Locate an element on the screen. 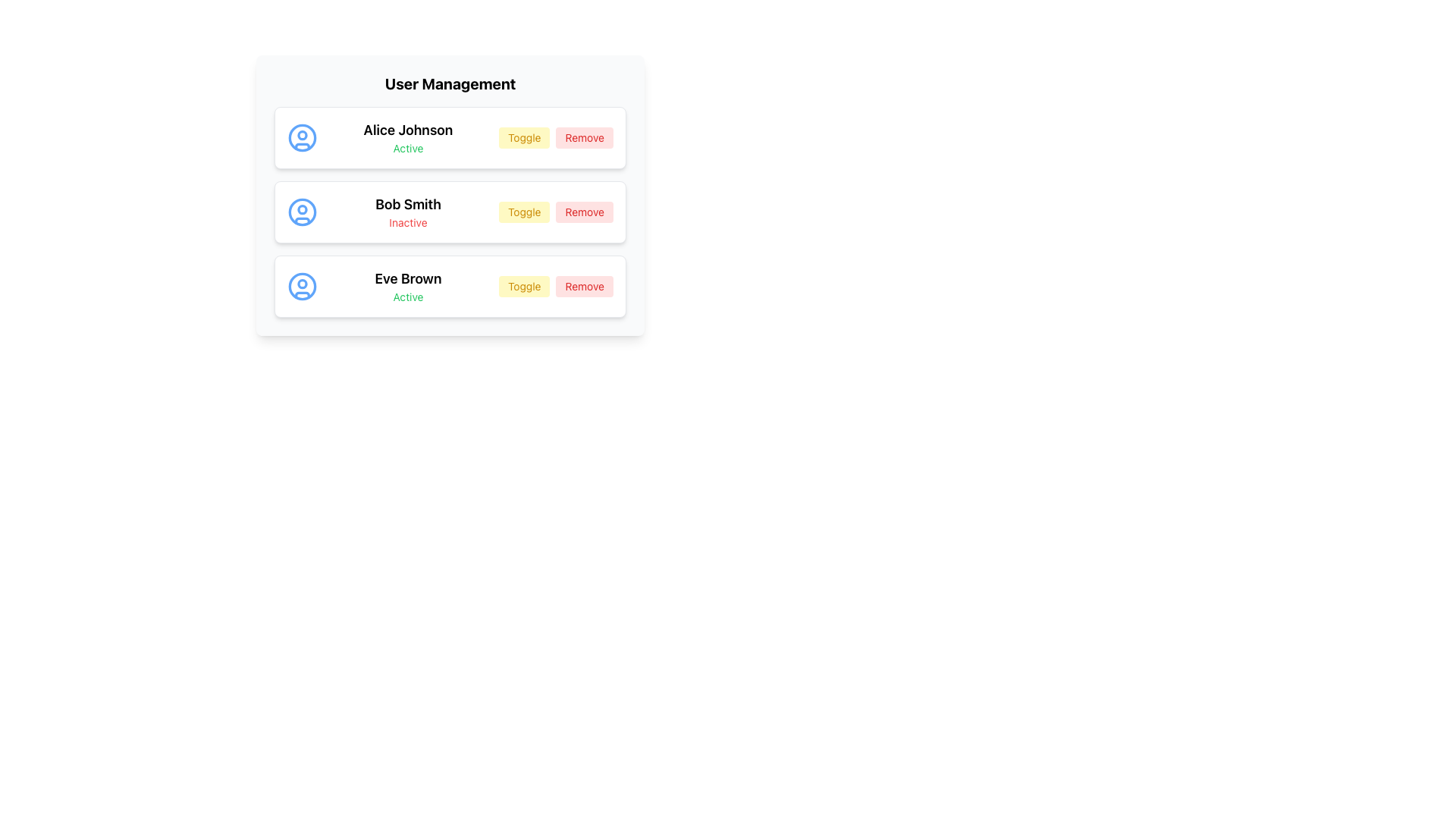 This screenshot has height=819, width=1456. the text label displaying the status 'Active' in green color, located beneath 'Eve Brown' in the User Management panel is located at coordinates (408, 297).